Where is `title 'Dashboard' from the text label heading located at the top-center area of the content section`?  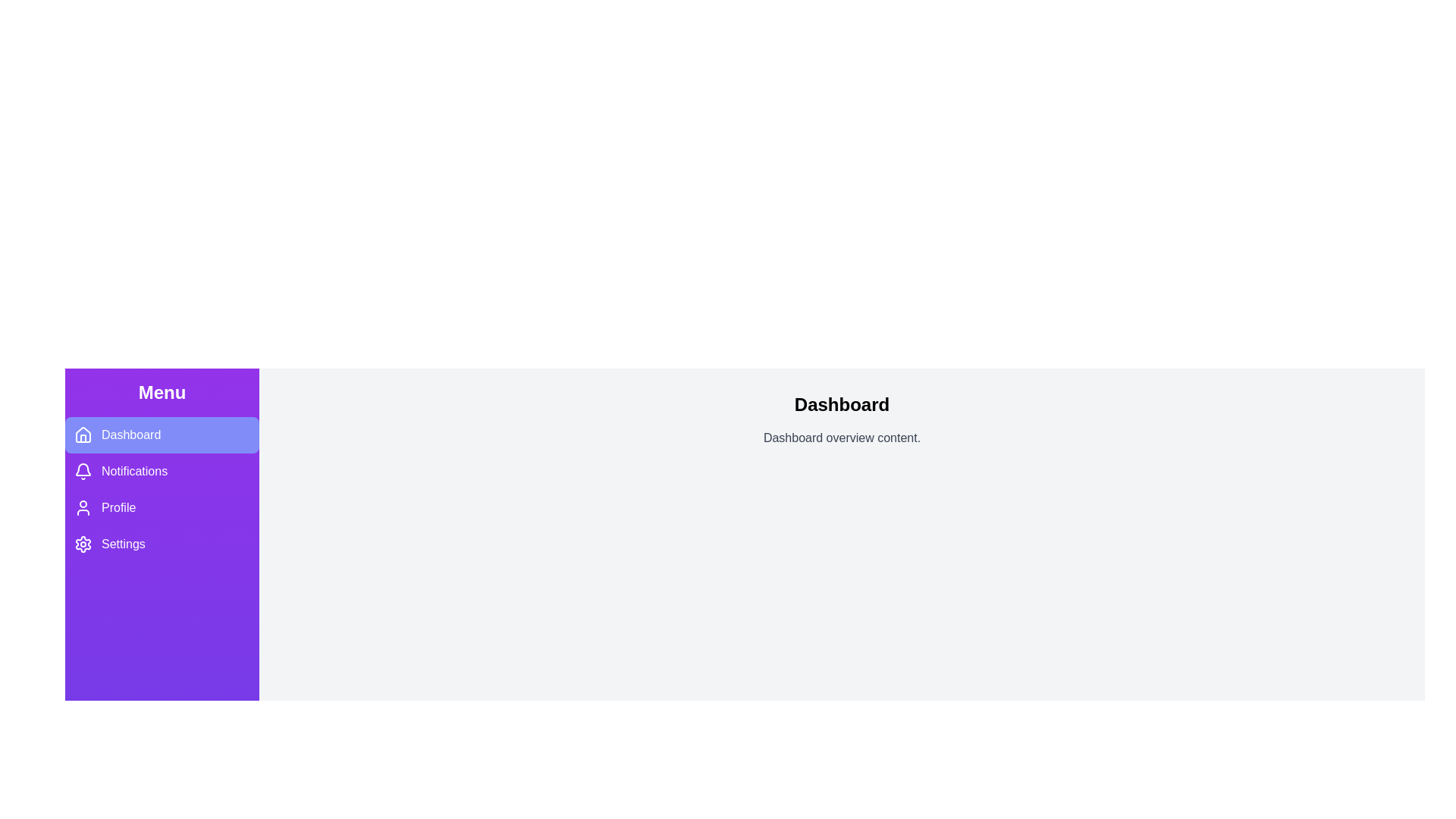 title 'Dashboard' from the text label heading located at the top-center area of the content section is located at coordinates (841, 403).